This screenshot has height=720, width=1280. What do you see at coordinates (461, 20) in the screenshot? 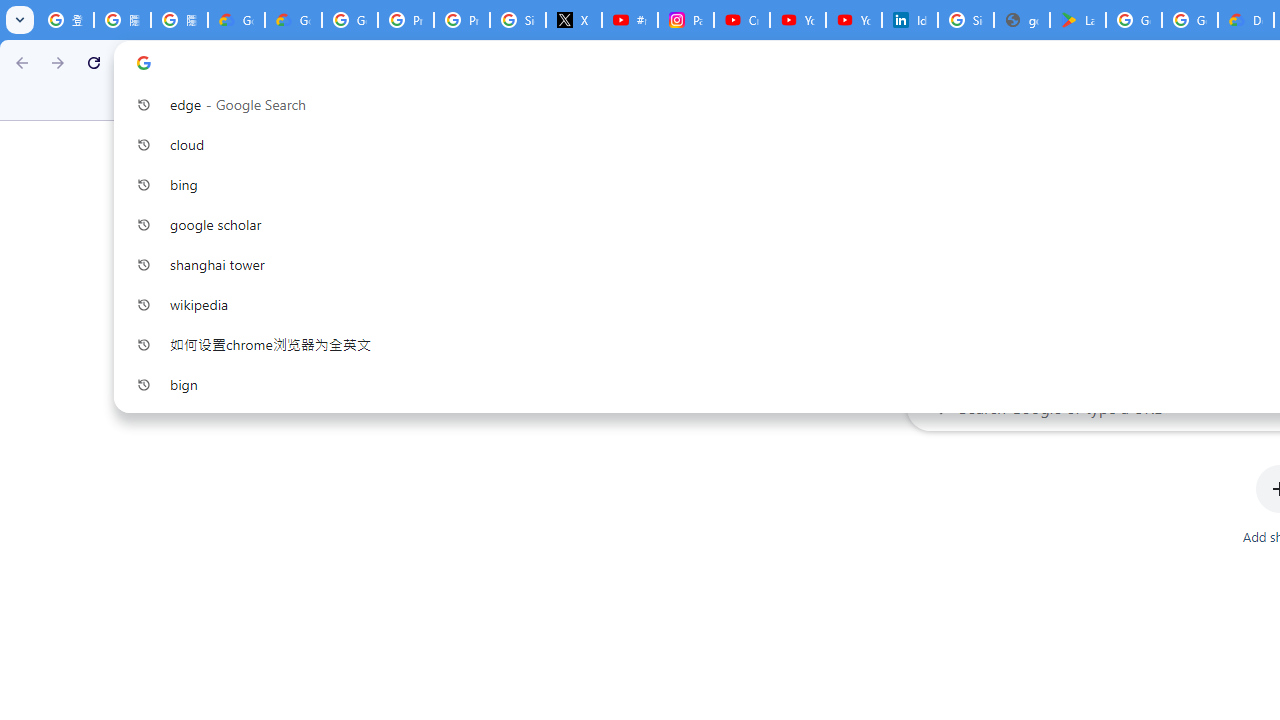
I see `'Privacy Help Center - Policies Help'` at bounding box center [461, 20].